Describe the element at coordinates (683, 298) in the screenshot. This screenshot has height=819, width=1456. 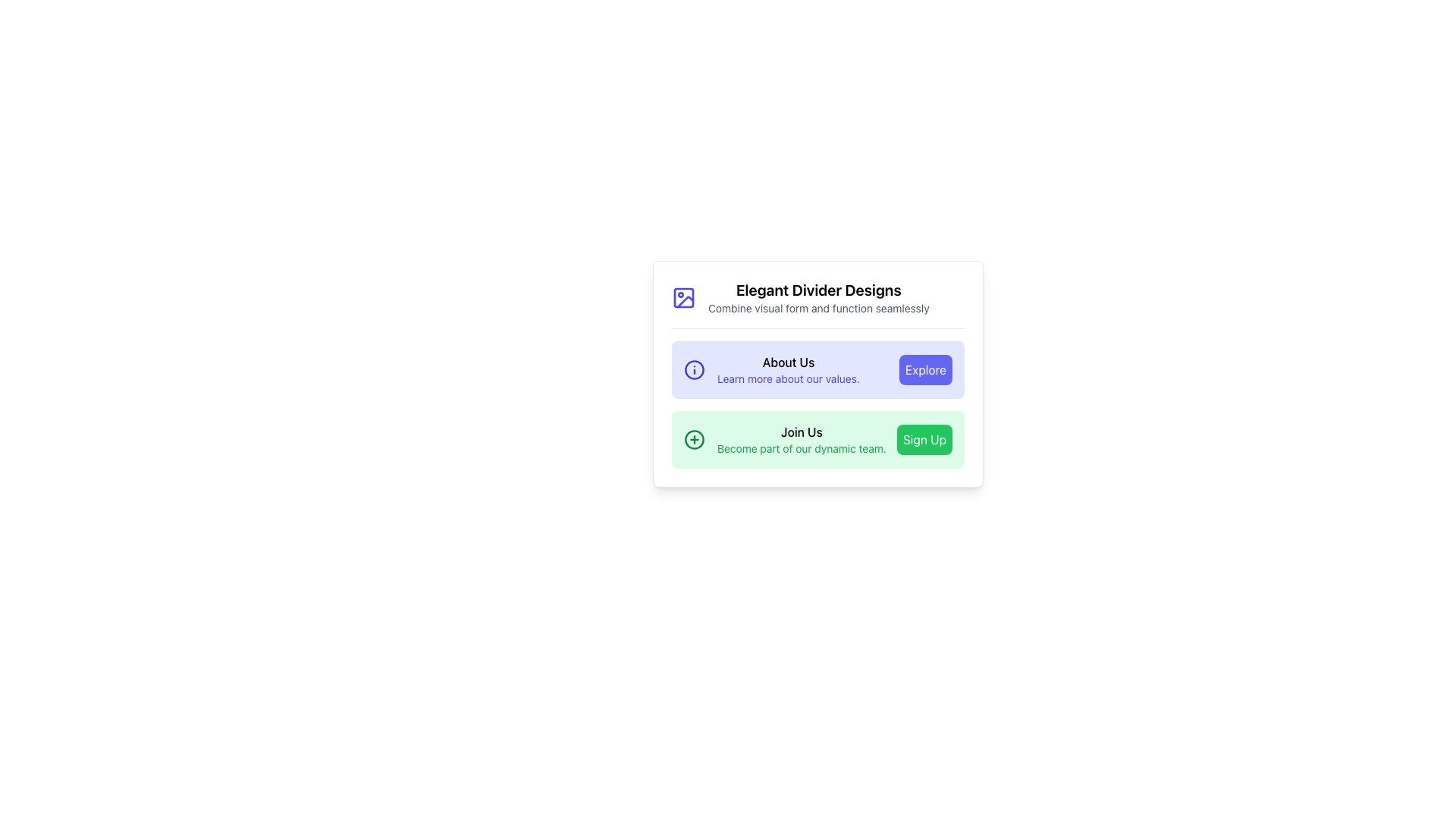
I see `the icon that visually represents the 'Elegant Divider Designs' heading, located to the left of the text` at that location.